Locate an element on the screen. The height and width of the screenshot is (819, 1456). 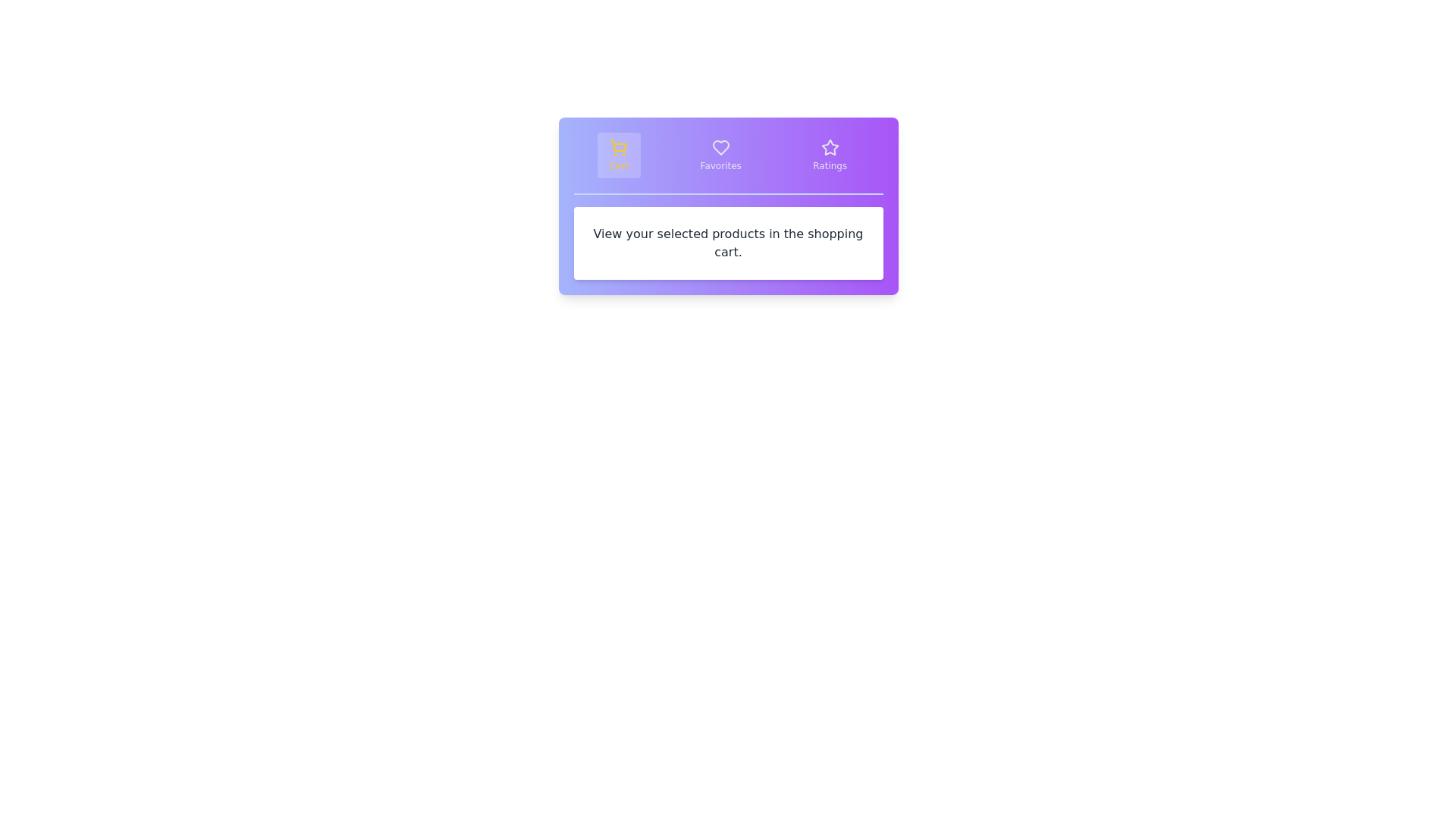
the informative text block that describes the shopping cart feature, located below the horizontal line divider and near other elements labeled 'Cart,' 'Favorites,' and 'Ratings.' is located at coordinates (728, 242).